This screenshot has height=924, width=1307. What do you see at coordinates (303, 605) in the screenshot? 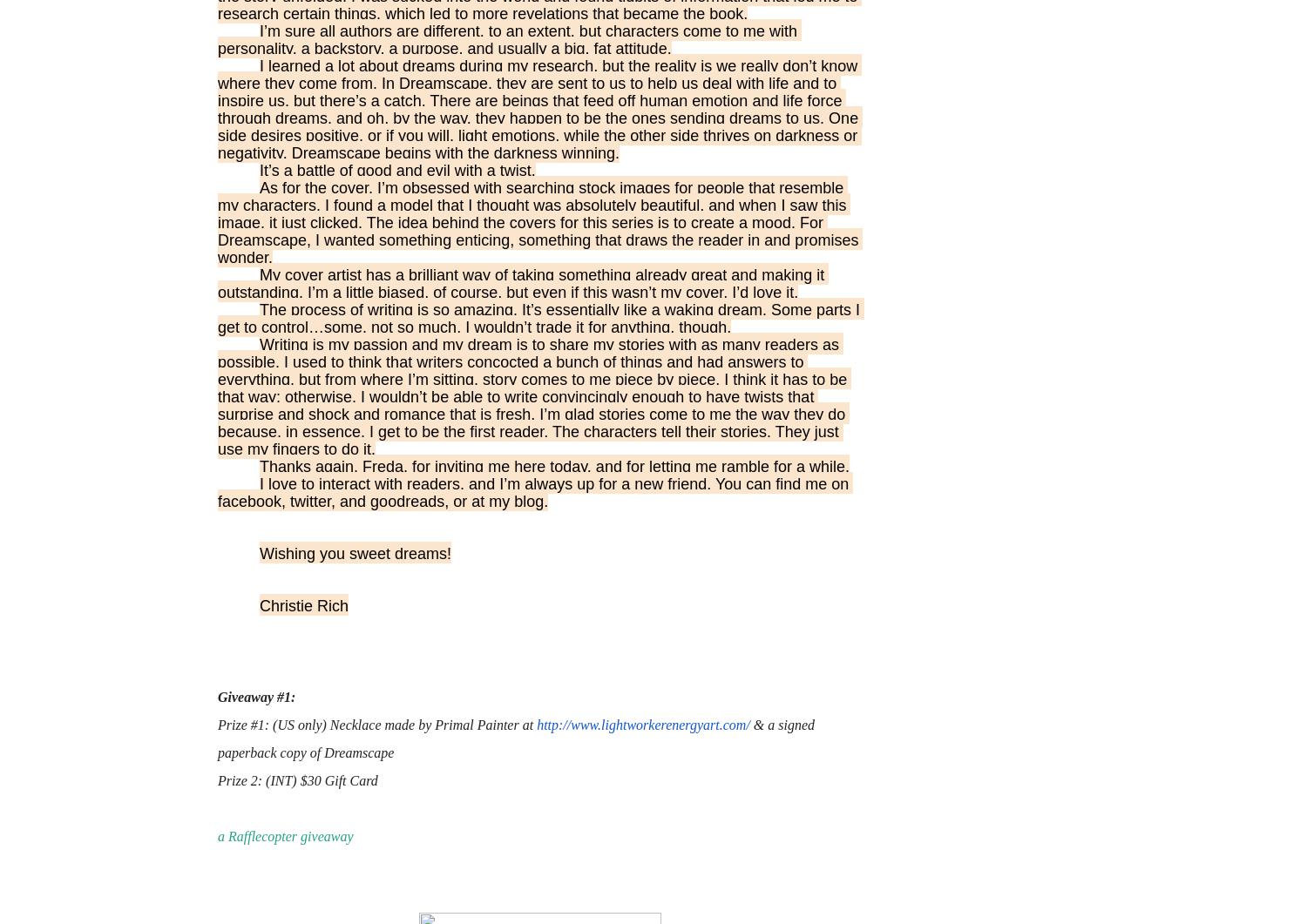
I see `'Christie Rich'` at bounding box center [303, 605].